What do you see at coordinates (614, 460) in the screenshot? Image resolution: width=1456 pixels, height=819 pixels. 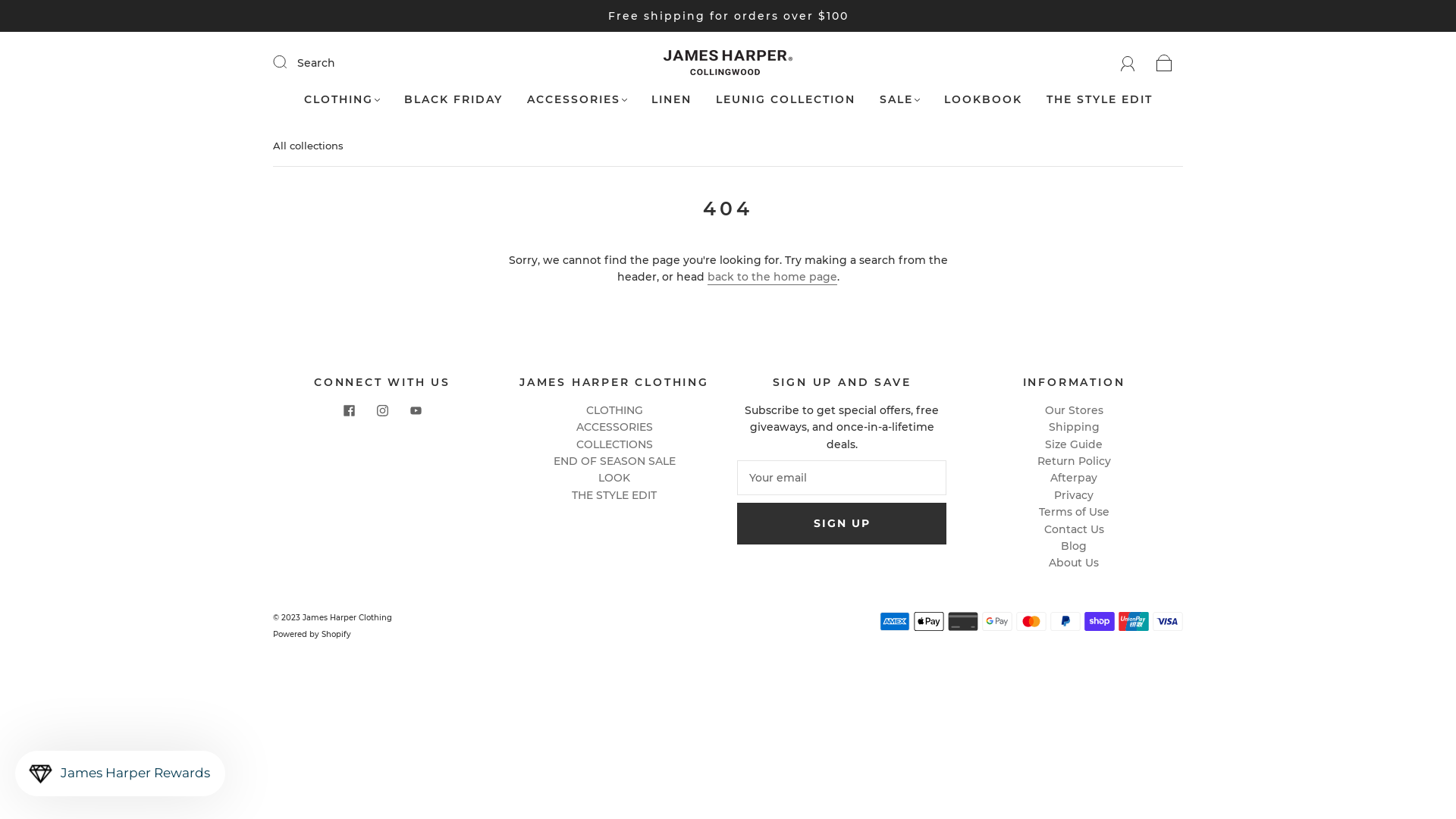 I see `'END OF SEASON SALE'` at bounding box center [614, 460].